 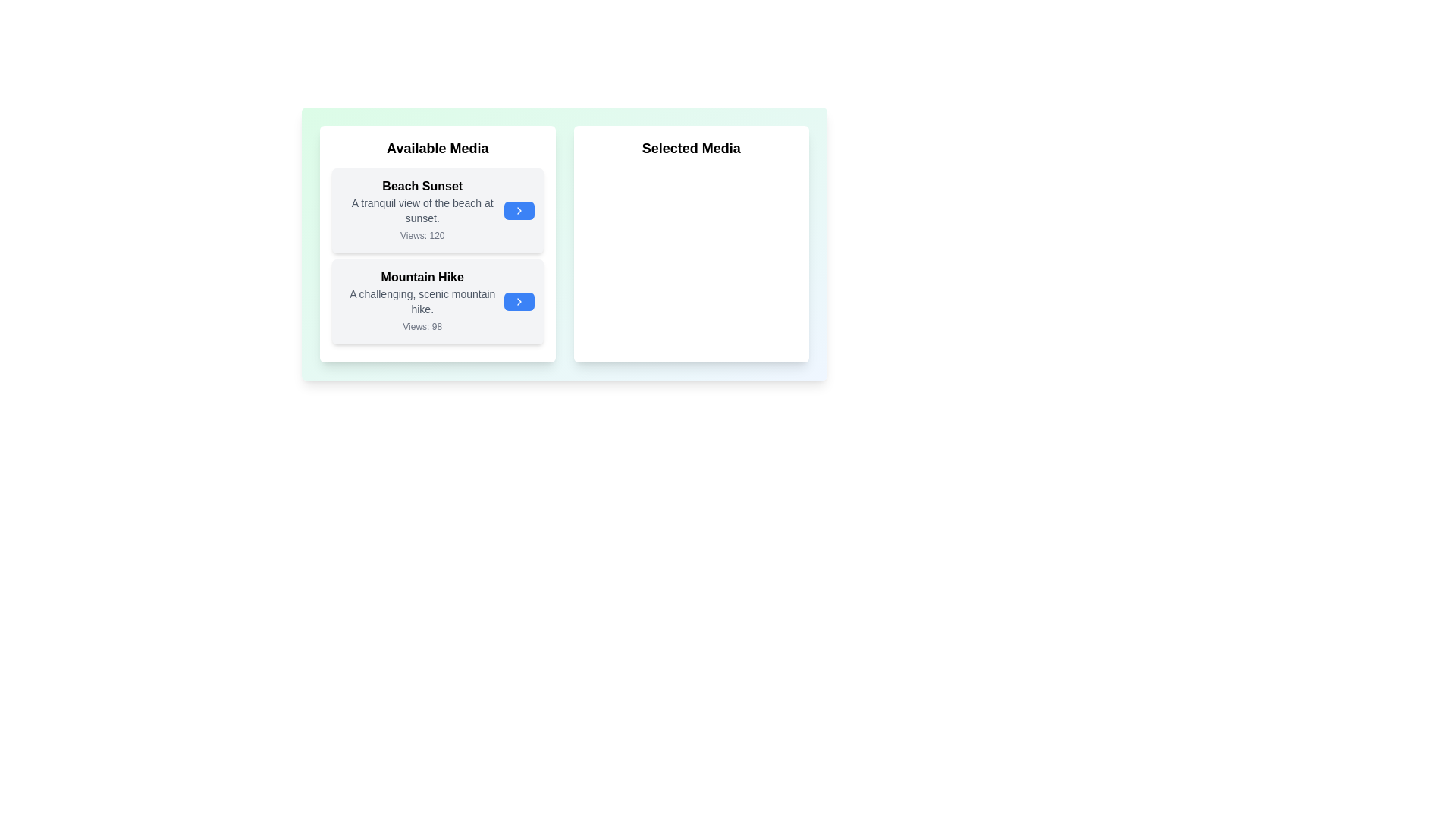 I want to click on the 'Selected Media' title to focus on that section, so click(x=690, y=149).